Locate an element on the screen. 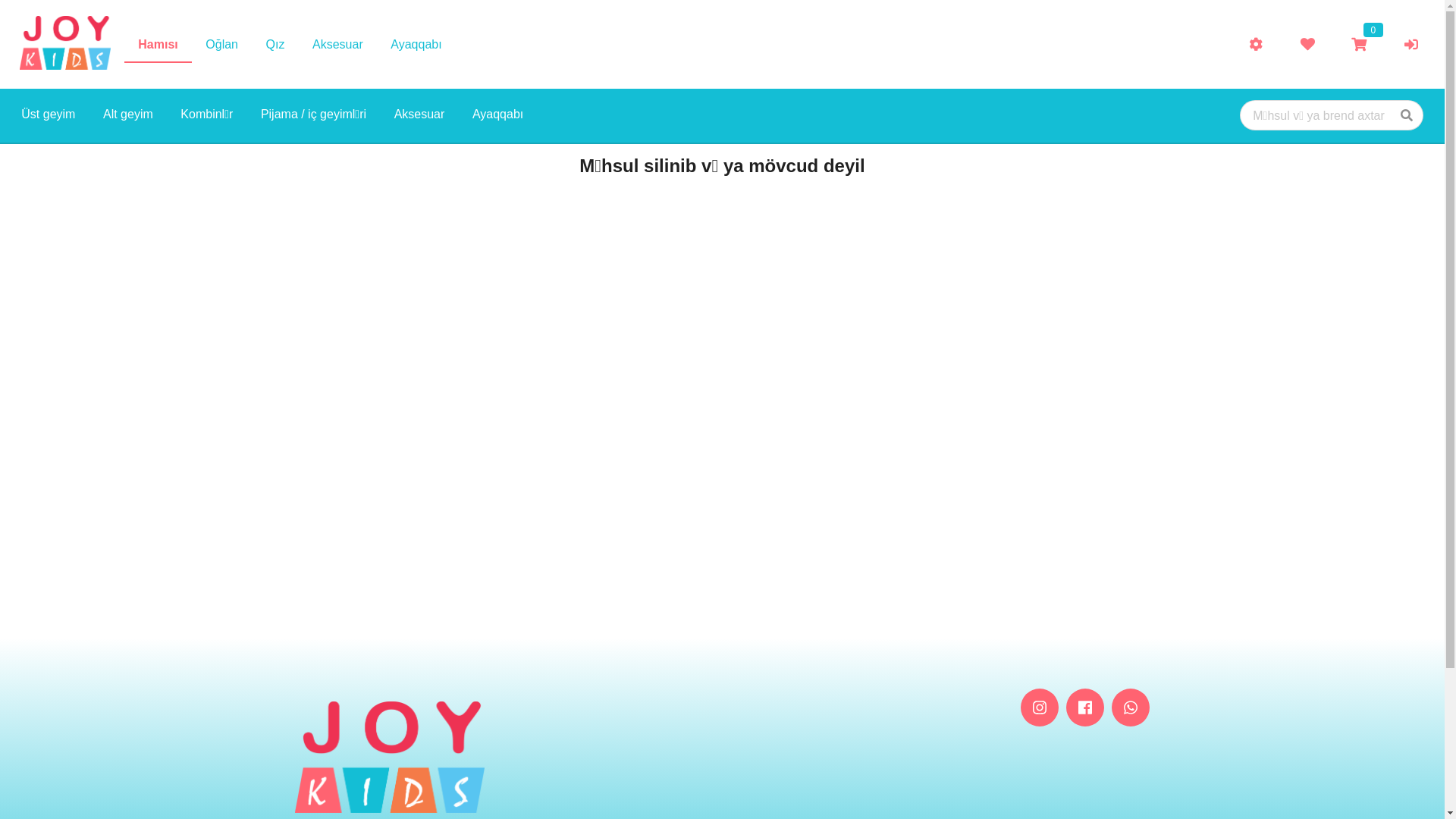  '0' is located at coordinates (1358, 43).